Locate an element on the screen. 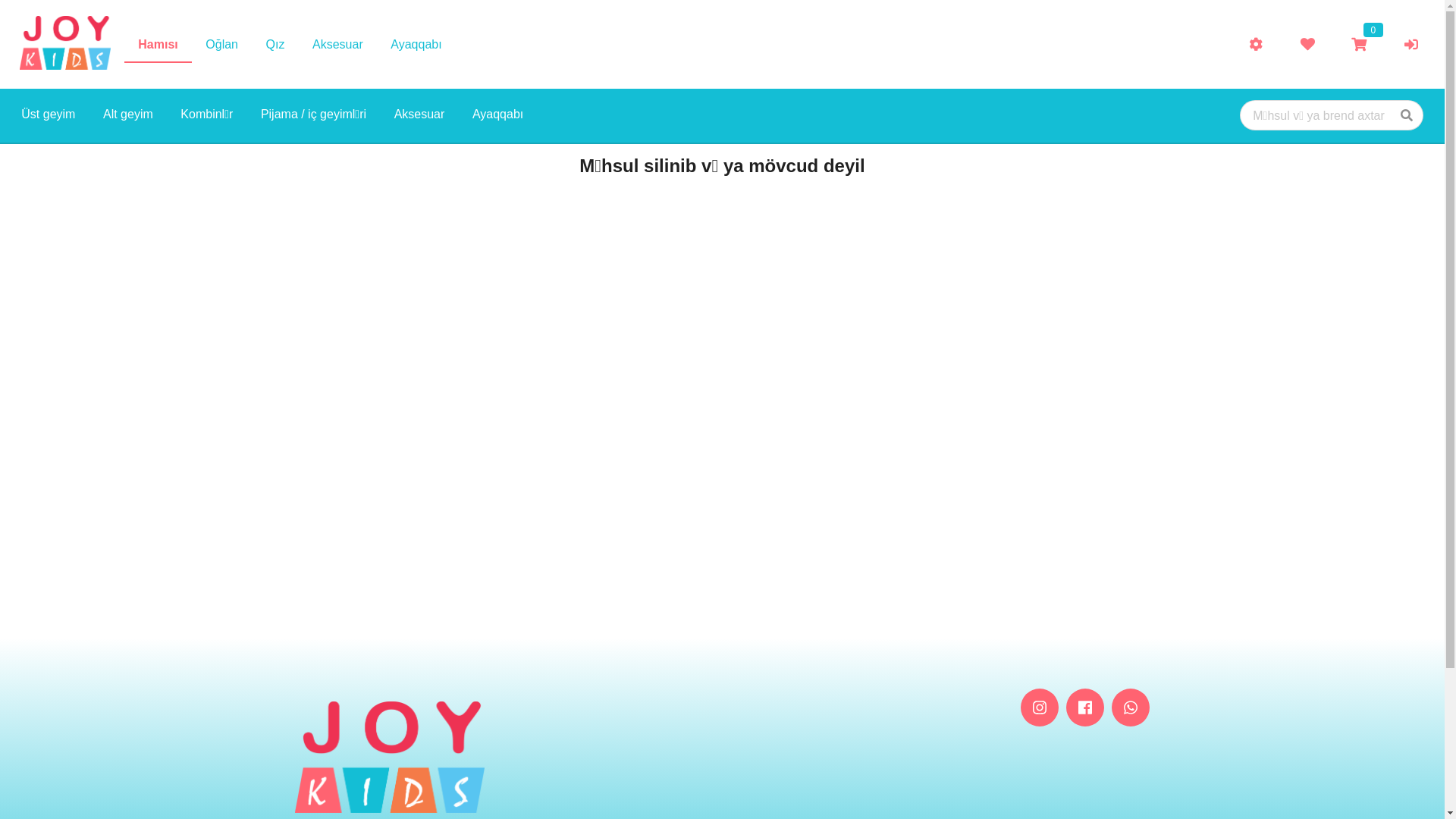  '0' is located at coordinates (1358, 43).